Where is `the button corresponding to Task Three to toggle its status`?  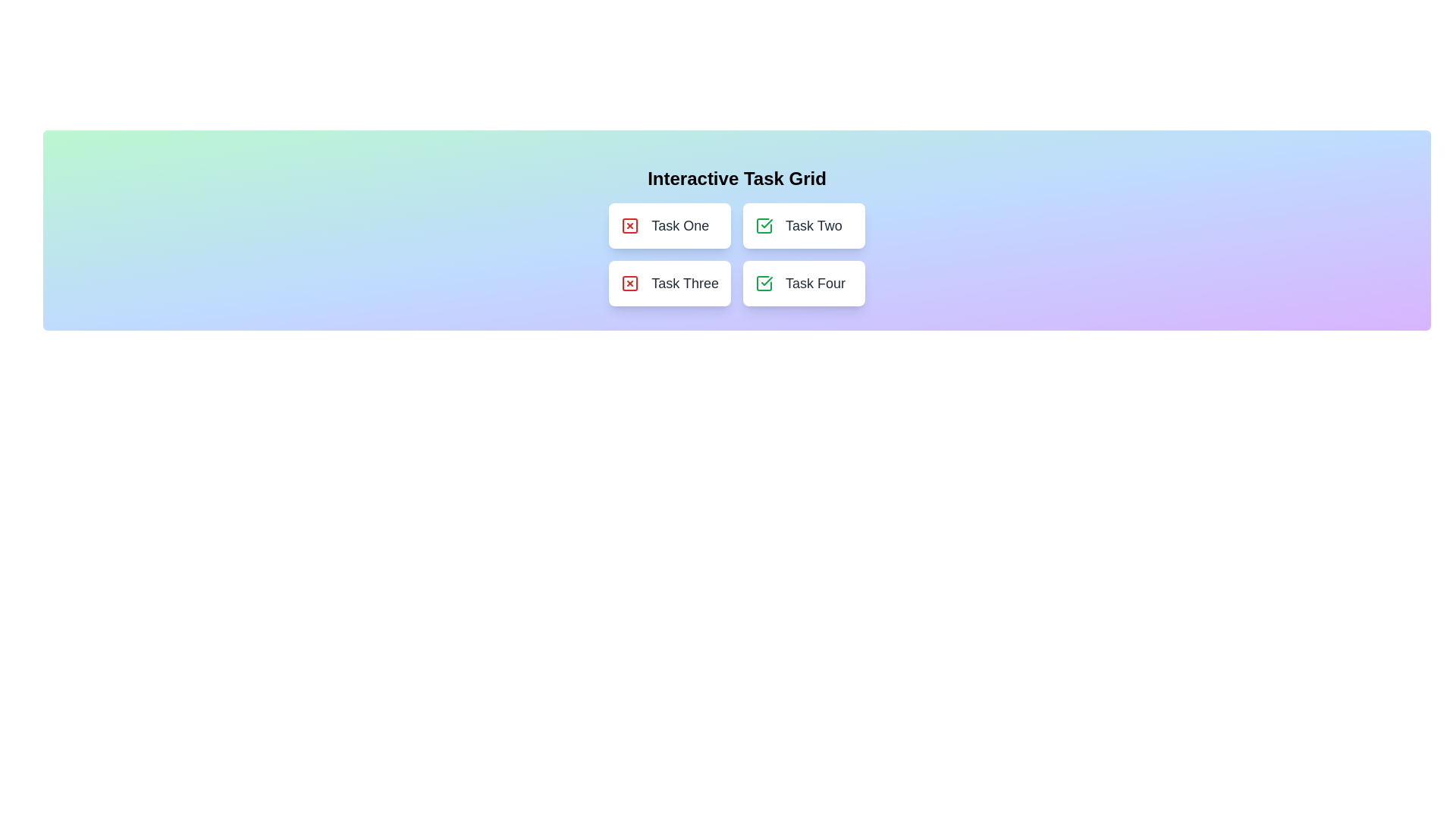 the button corresponding to Task Three to toggle its status is located at coordinates (669, 284).